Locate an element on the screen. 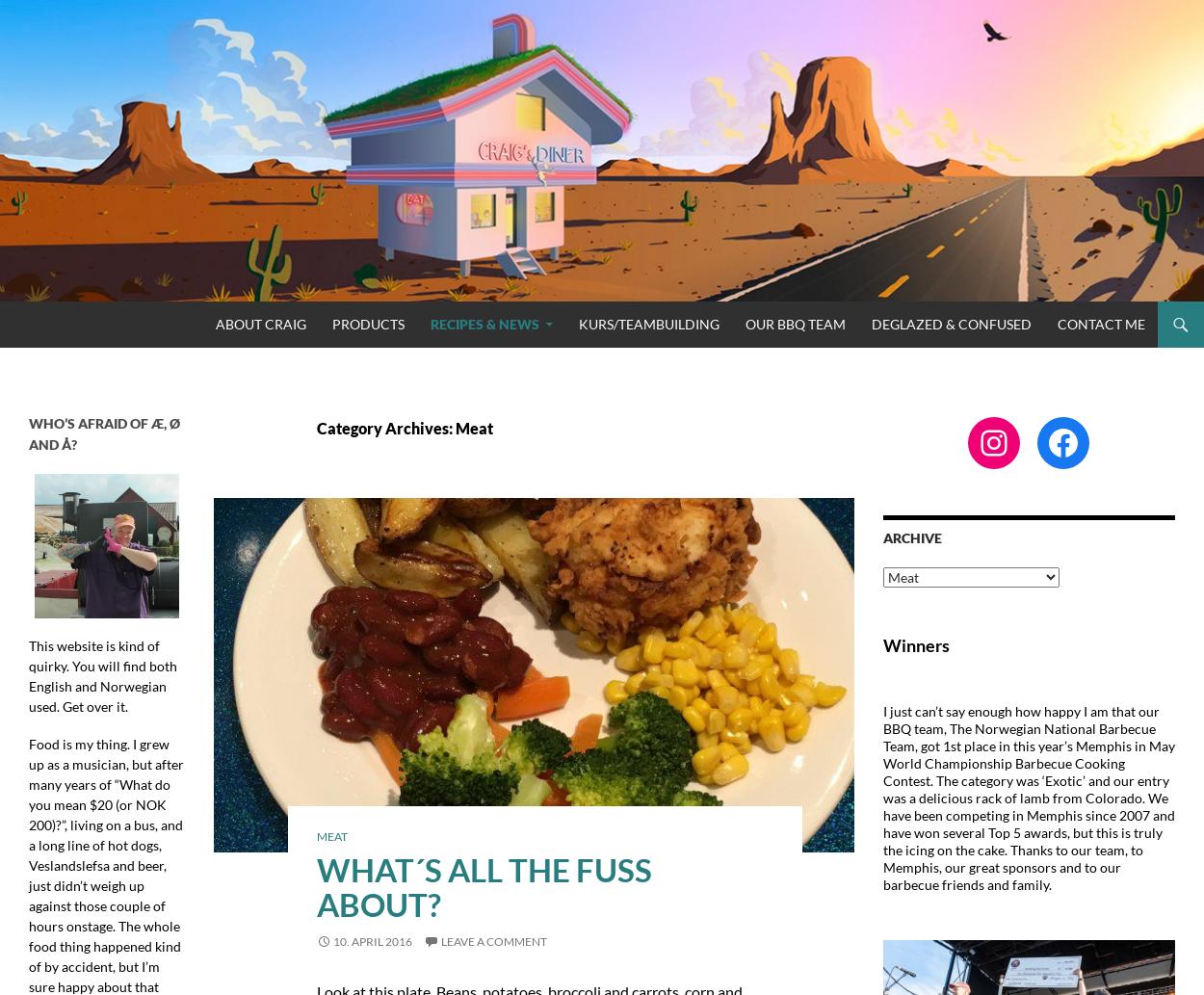 This screenshot has width=1204, height=995. 'Recipes & News' is located at coordinates (484, 322).